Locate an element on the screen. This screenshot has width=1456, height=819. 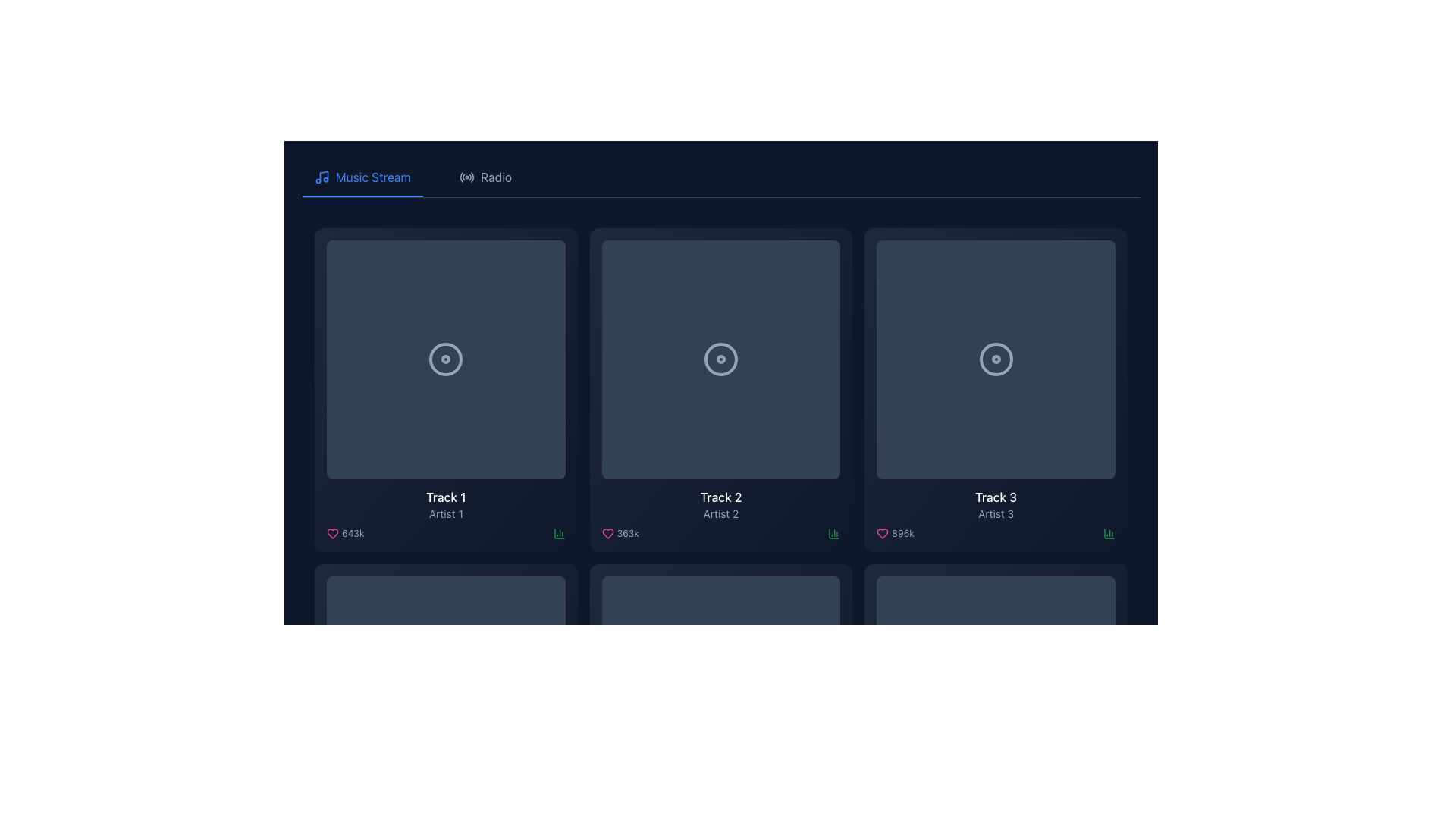
the statistics icon located in the bottom-right section of the 'Track 2' card is located at coordinates (558, 532).